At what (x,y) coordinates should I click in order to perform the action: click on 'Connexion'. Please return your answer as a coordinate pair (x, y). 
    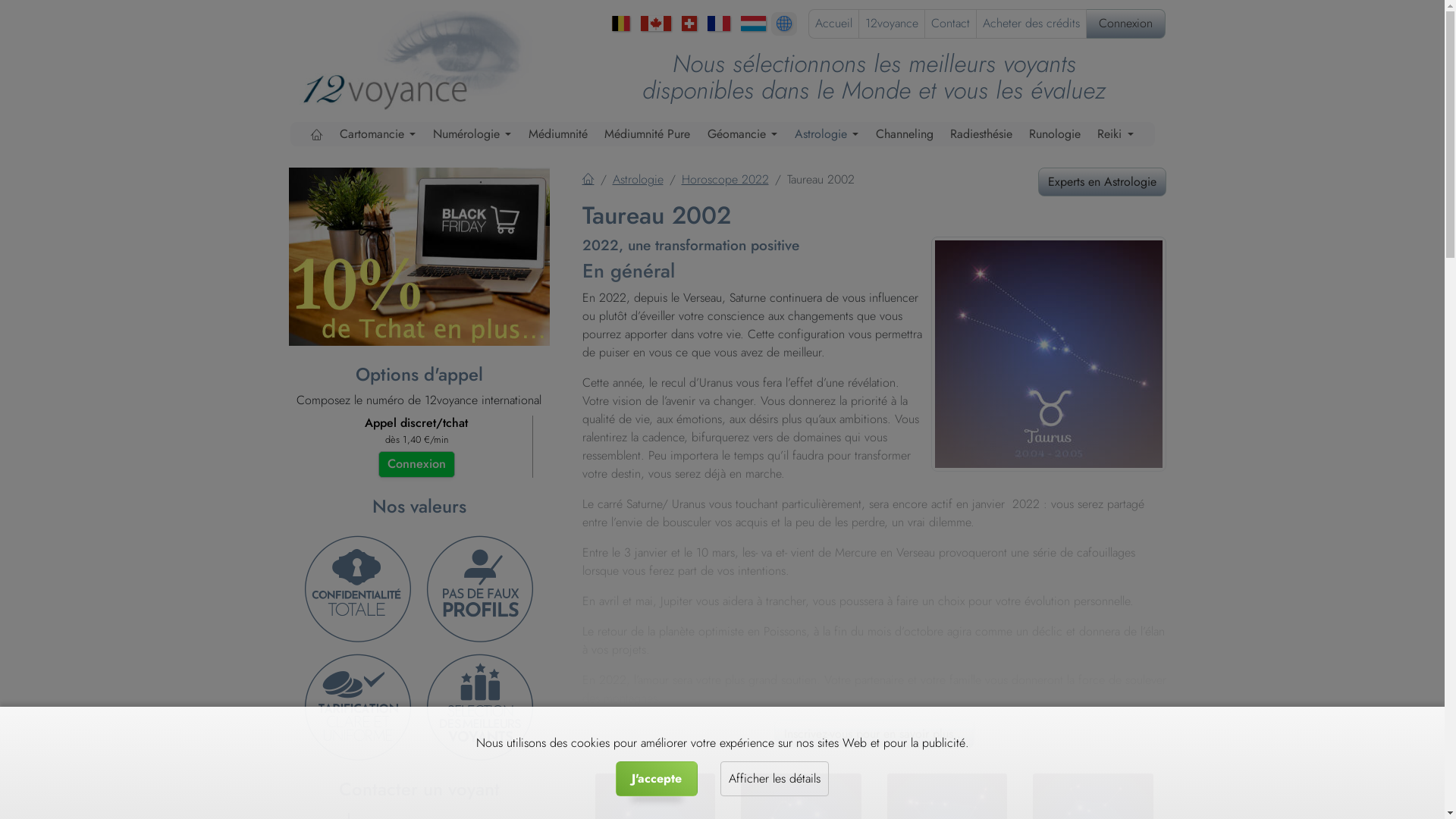
    Looking at the image, I should click on (378, 463).